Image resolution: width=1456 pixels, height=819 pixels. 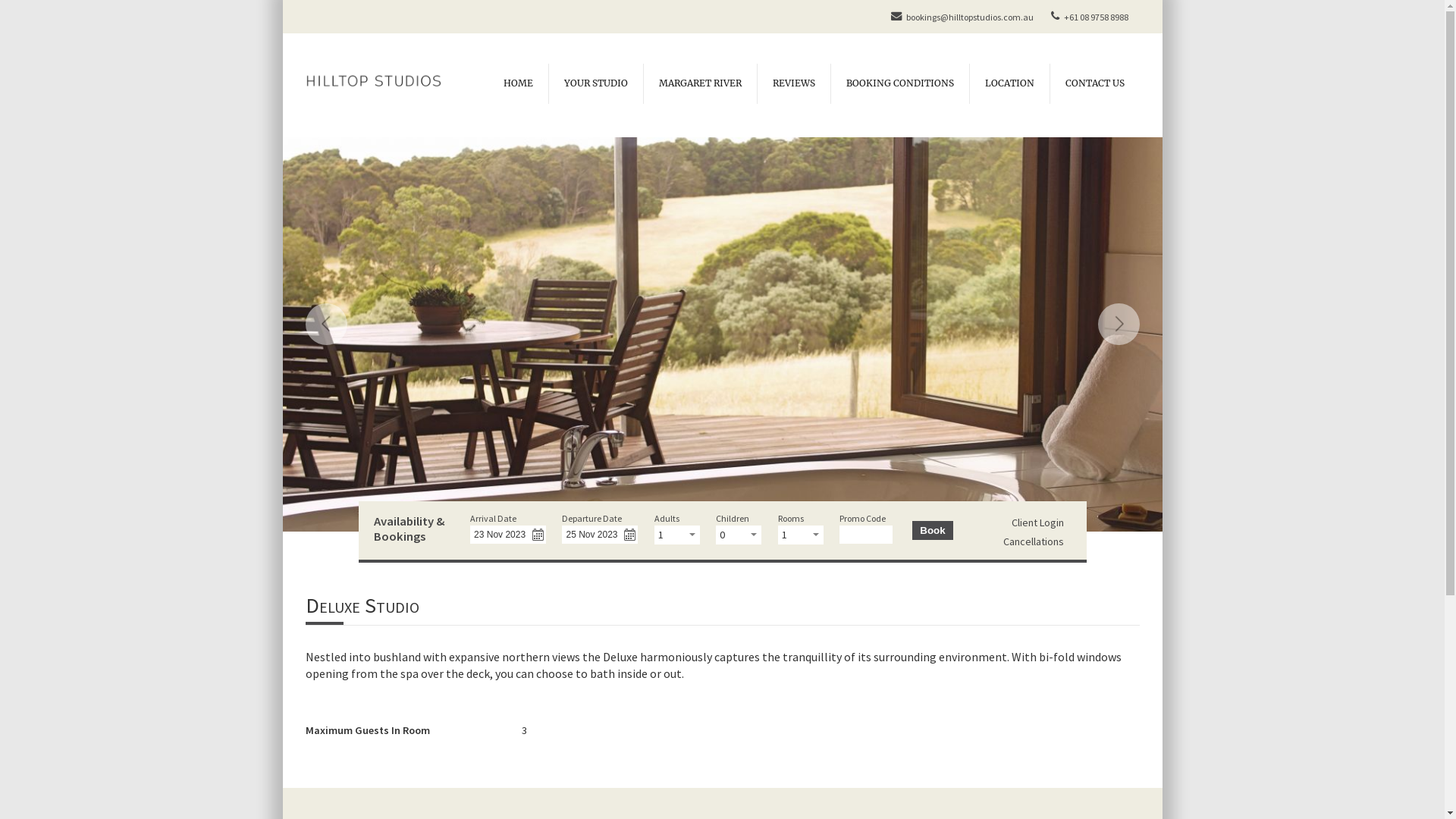 What do you see at coordinates (959, 17) in the screenshot?
I see `'bookings@hilltopstudios.com.au'` at bounding box center [959, 17].